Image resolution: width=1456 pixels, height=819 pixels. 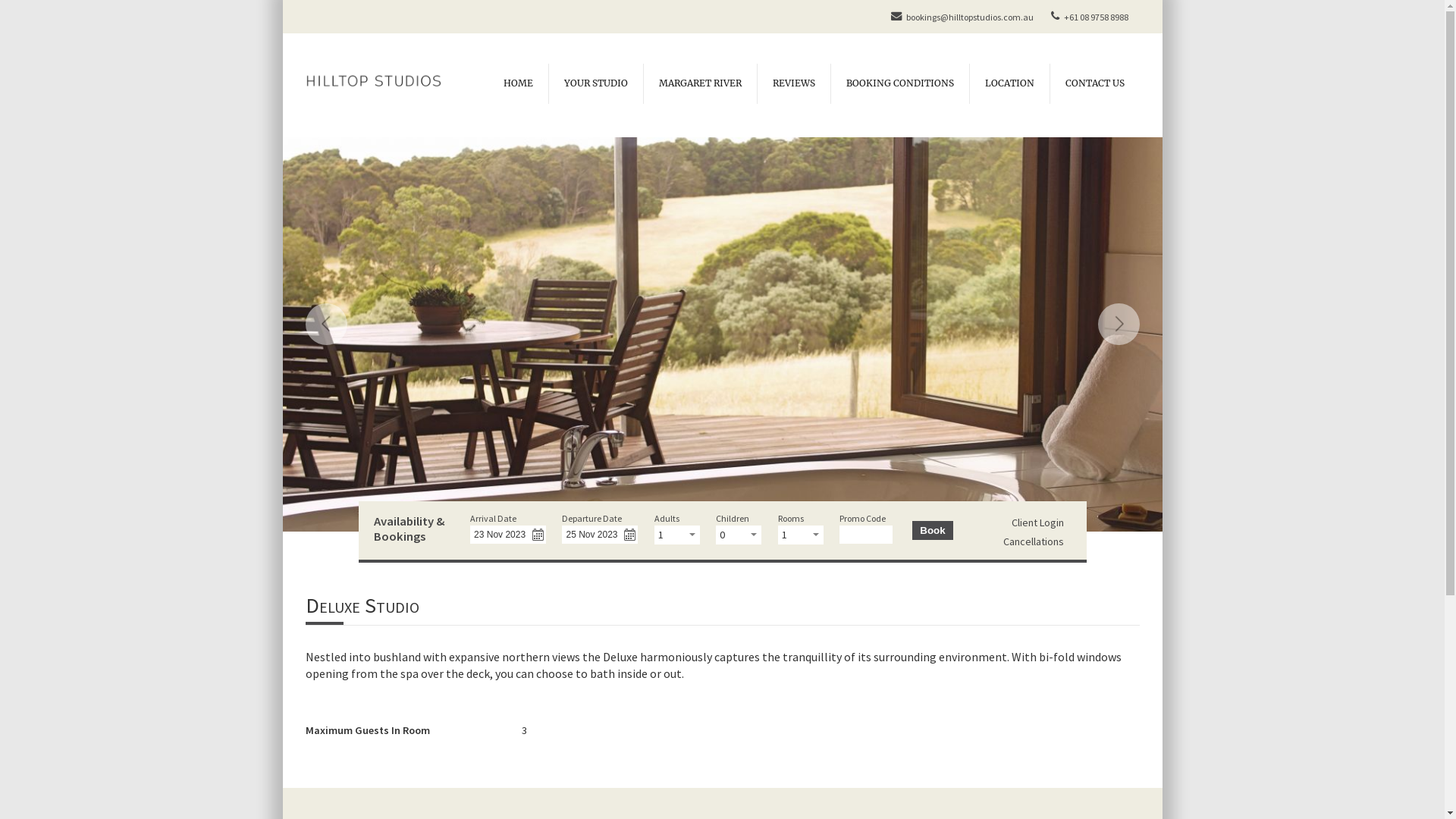 What do you see at coordinates (959, 17) in the screenshot?
I see `'bookings@hilltopstudios.com.au'` at bounding box center [959, 17].